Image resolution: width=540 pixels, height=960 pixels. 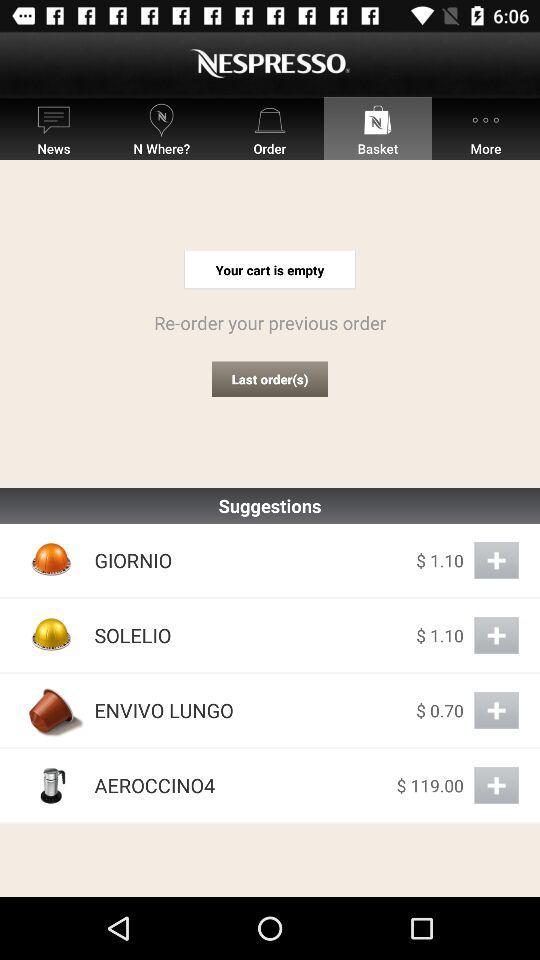 I want to click on the image beside envivo lungo, so click(x=52, y=710).